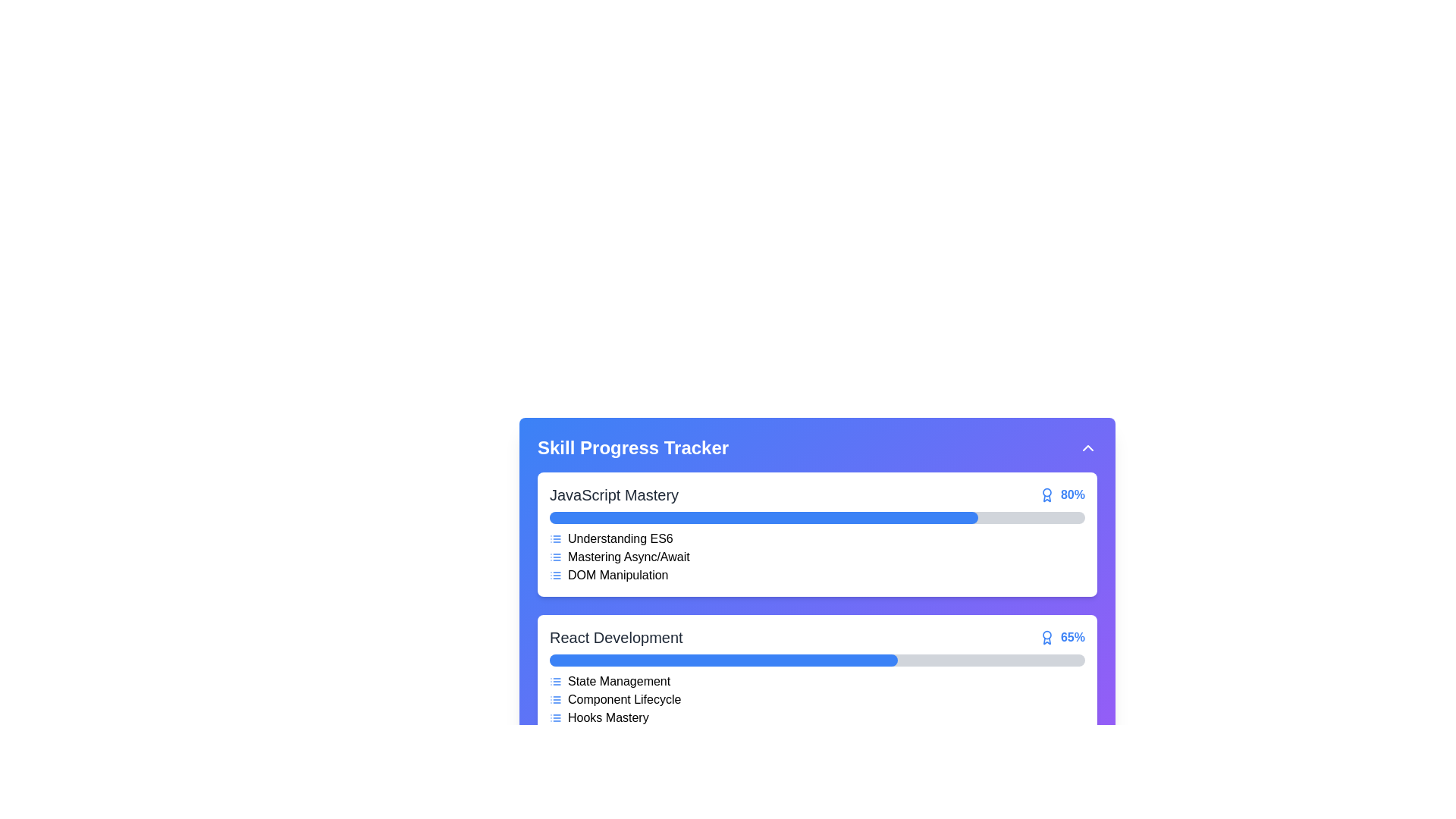  I want to click on the button located in the top-right corner of the header section containing 'Skill Progress Tracker', so click(1087, 447).